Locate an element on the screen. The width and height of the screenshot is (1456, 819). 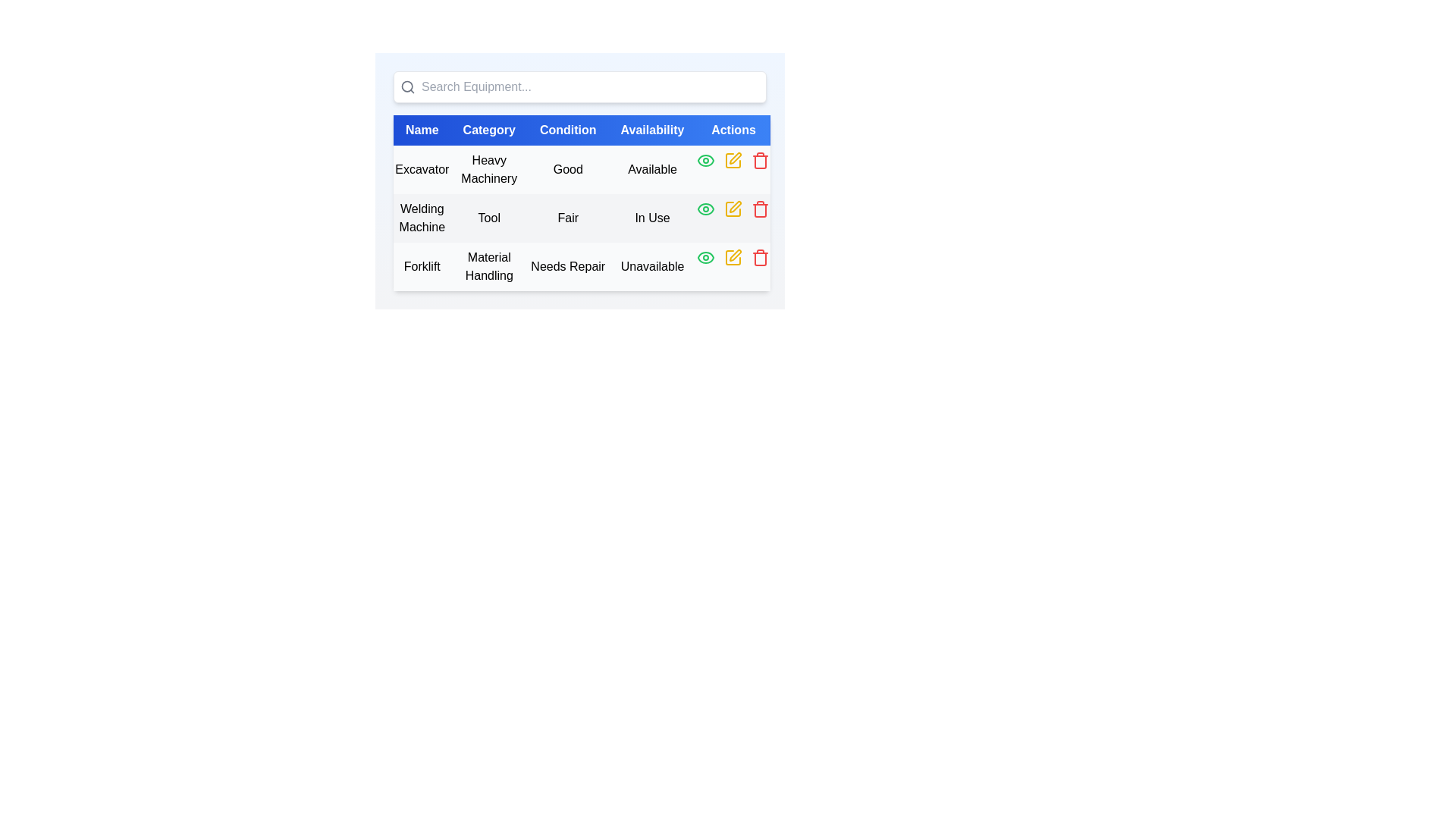
the text label displaying 'Heavy Machinery', which is the second cell in the first row of the table under the 'Category' column is located at coordinates (489, 169).